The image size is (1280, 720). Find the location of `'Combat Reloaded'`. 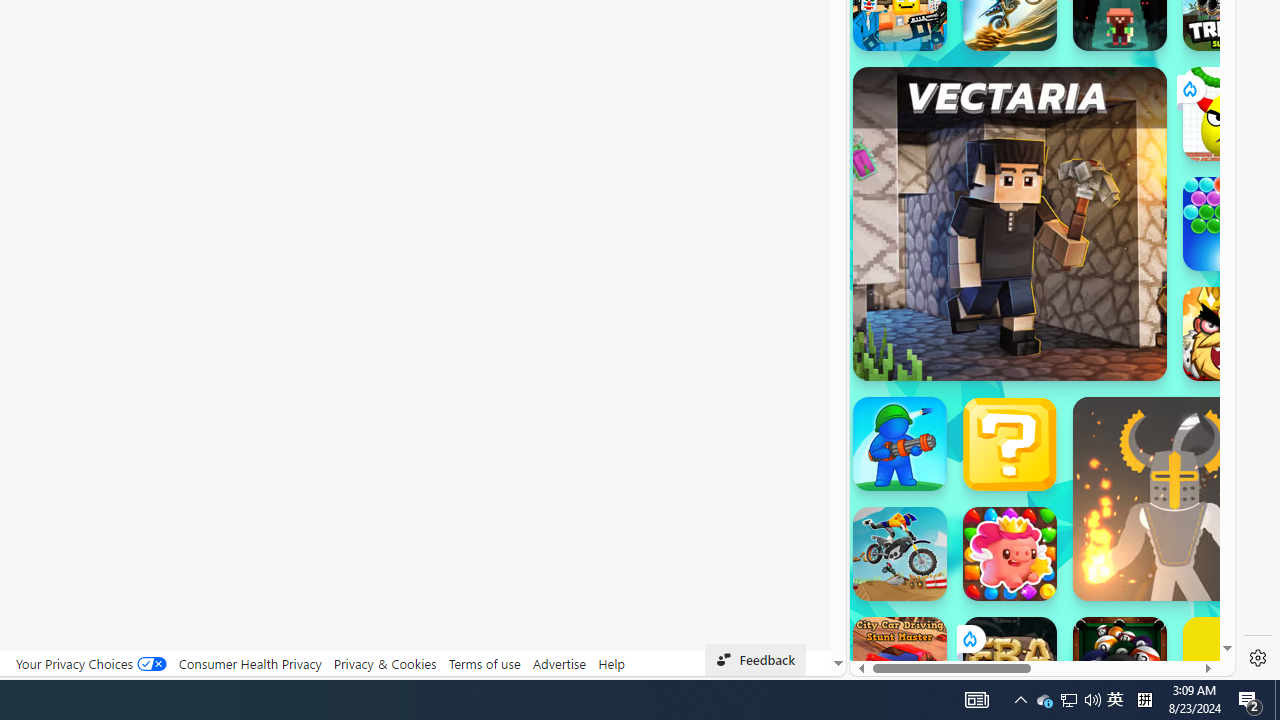

'Combat Reloaded' is located at coordinates (1090, 290).